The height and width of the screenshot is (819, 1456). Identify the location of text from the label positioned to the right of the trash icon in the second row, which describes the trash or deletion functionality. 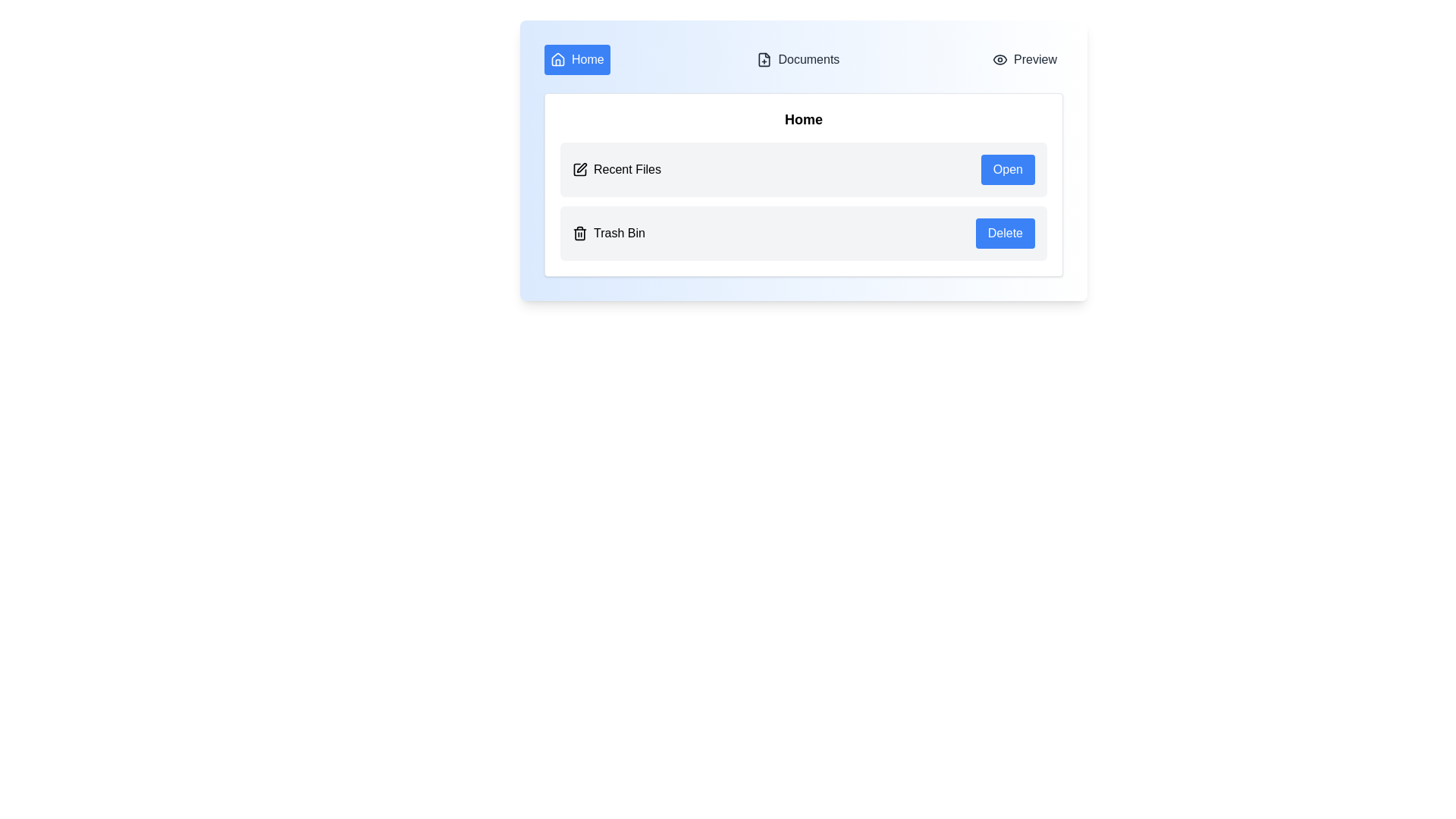
(619, 234).